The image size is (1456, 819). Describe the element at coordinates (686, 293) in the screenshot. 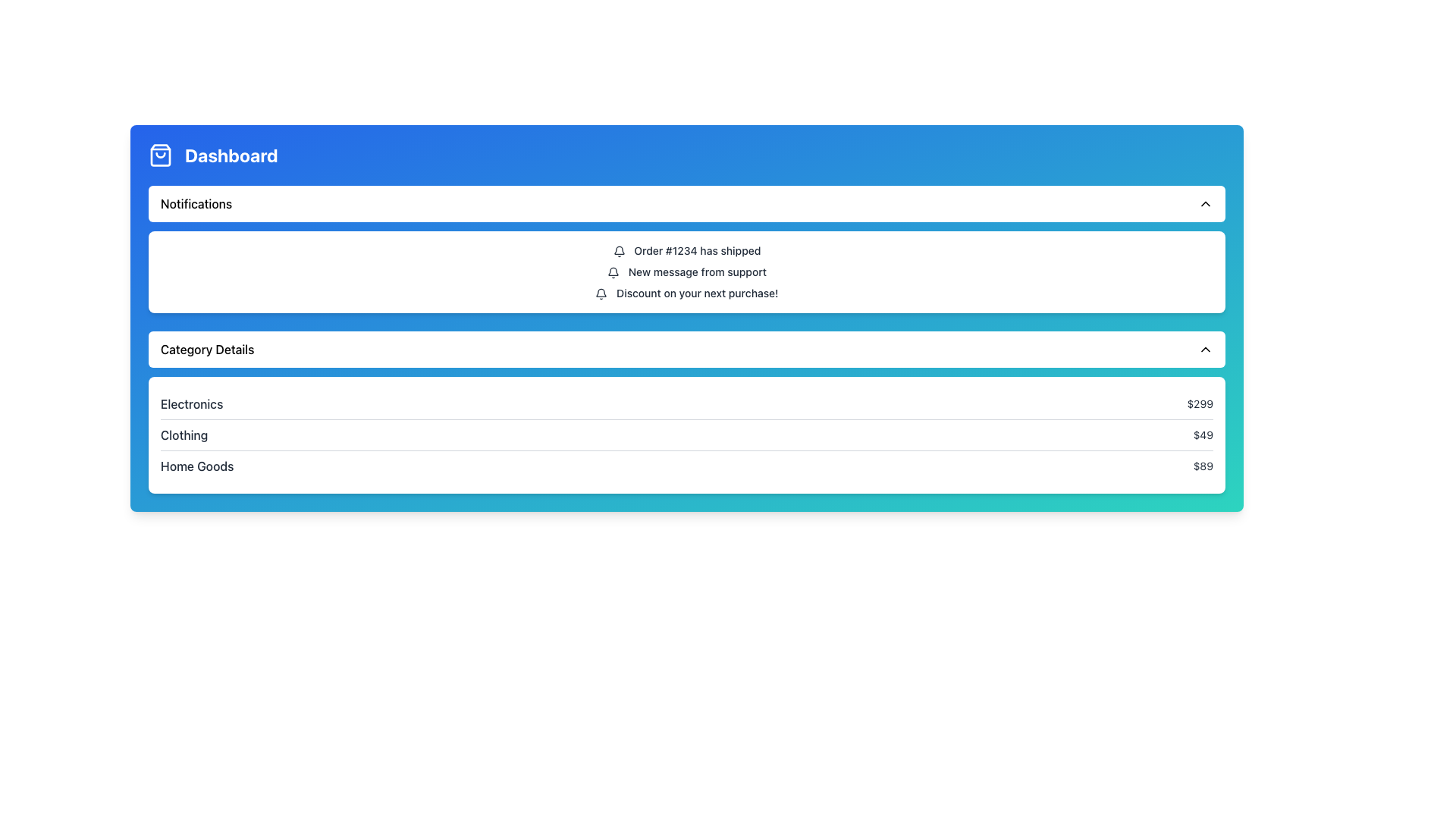

I see `the notification text displaying 'Discount on your next purchase!'` at that location.